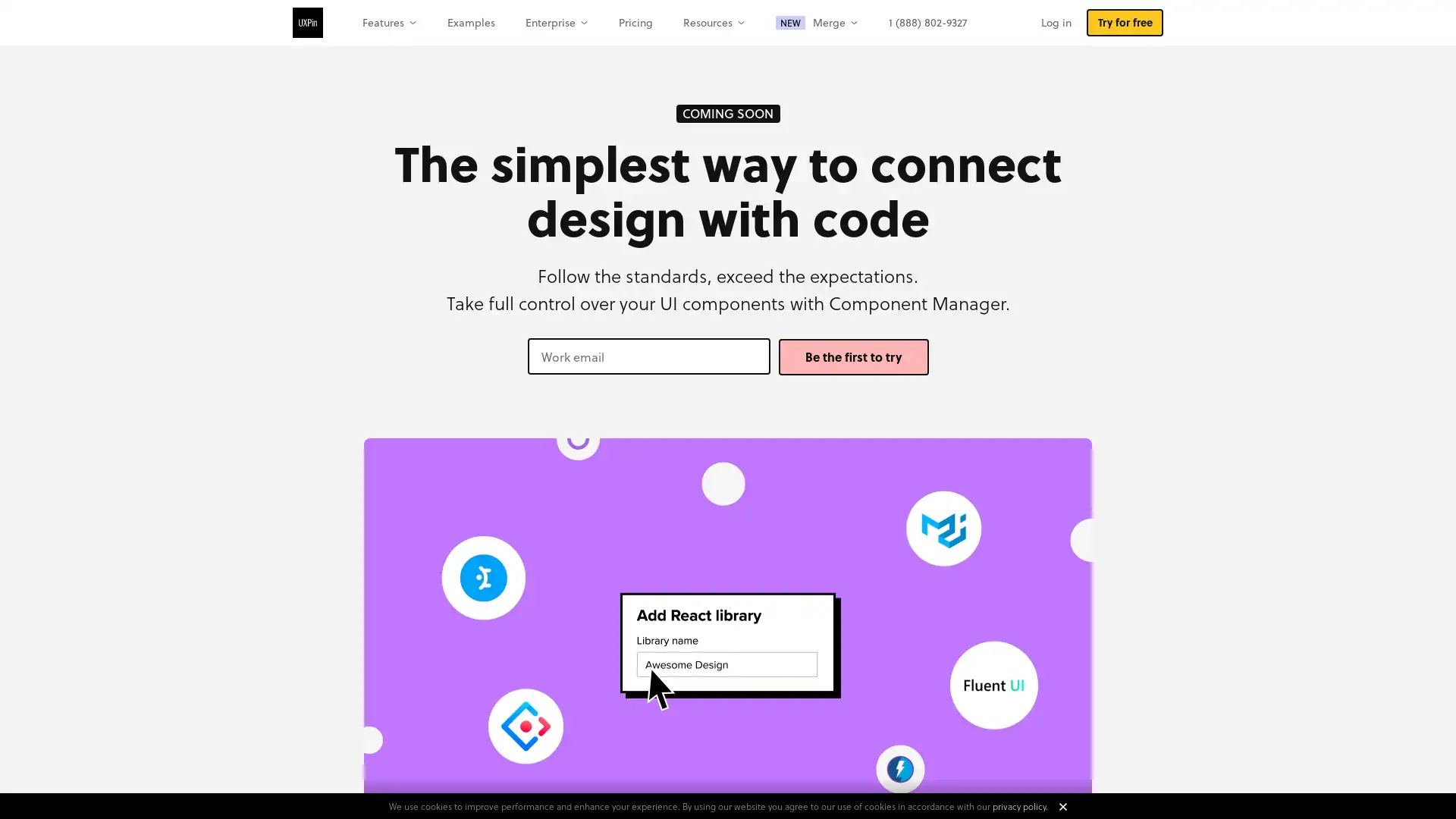 Image resolution: width=1456 pixels, height=819 pixels. Describe the element at coordinates (1125, 23) in the screenshot. I see `Try for free` at that location.